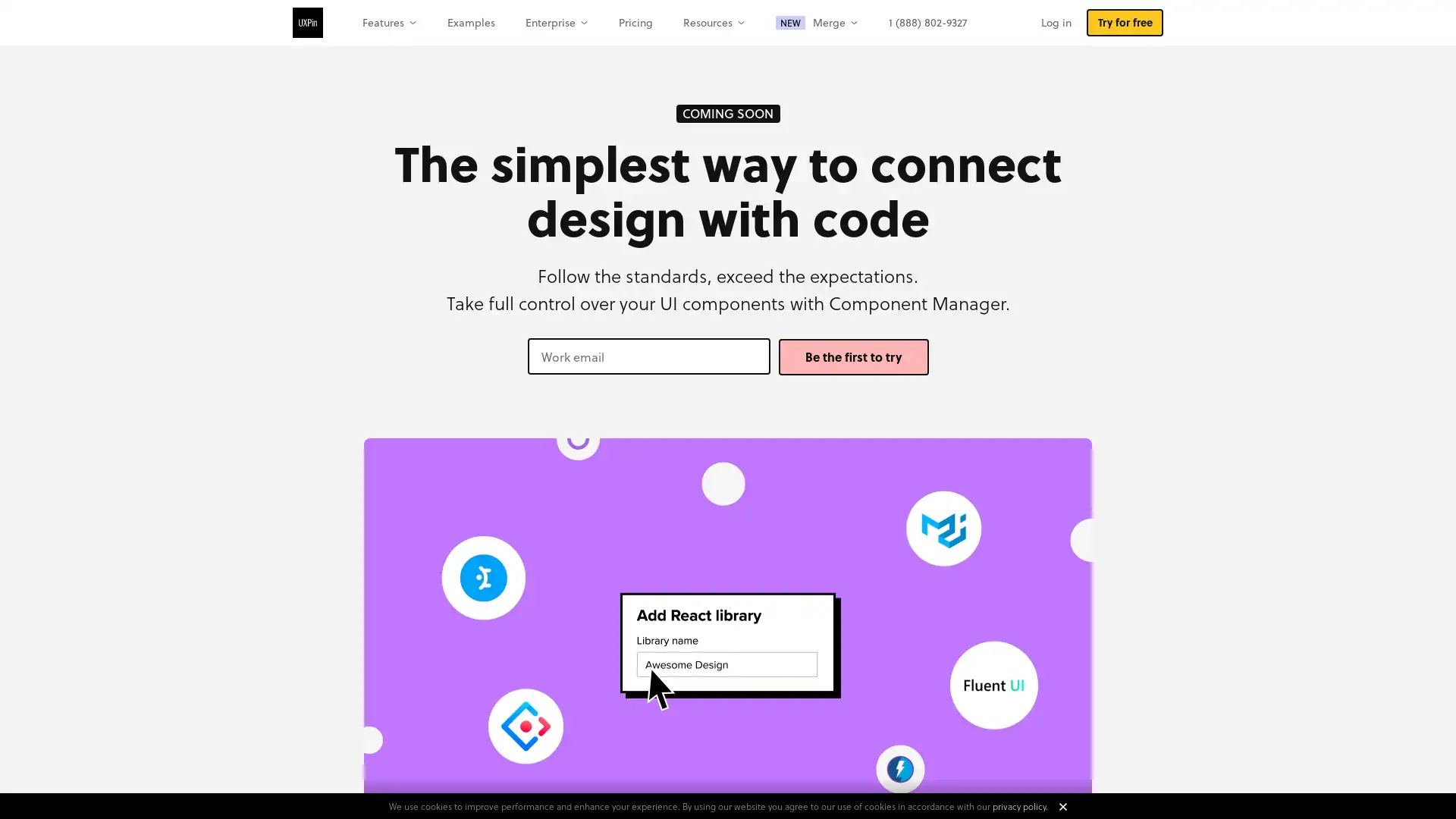 Image resolution: width=1456 pixels, height=819 pixels. Describe the element at coordinates (1125, 23) in the screenshot. I see `Try for free` at that location.